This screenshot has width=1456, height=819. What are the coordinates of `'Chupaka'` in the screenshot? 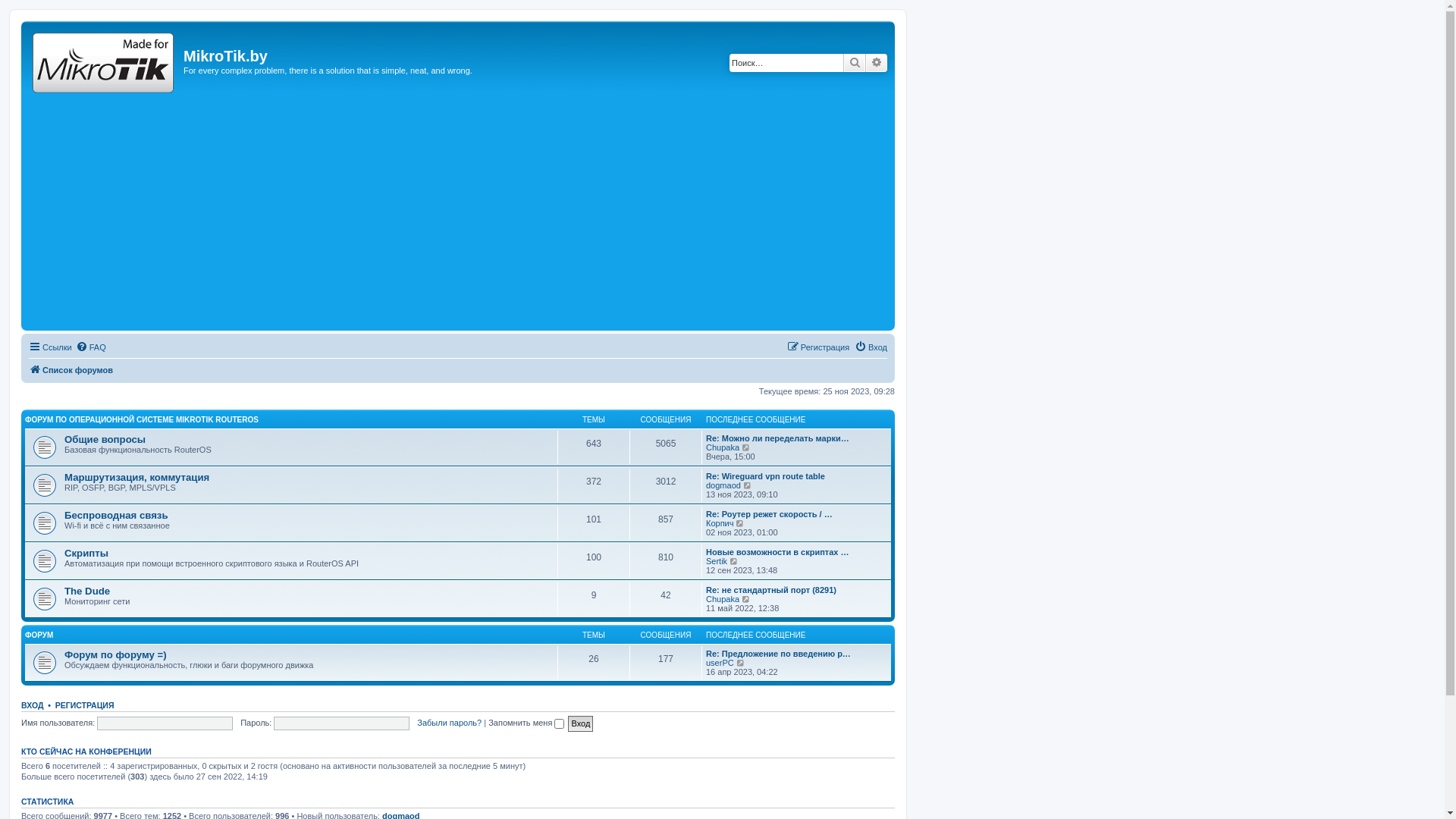 It's located at (722, 598).